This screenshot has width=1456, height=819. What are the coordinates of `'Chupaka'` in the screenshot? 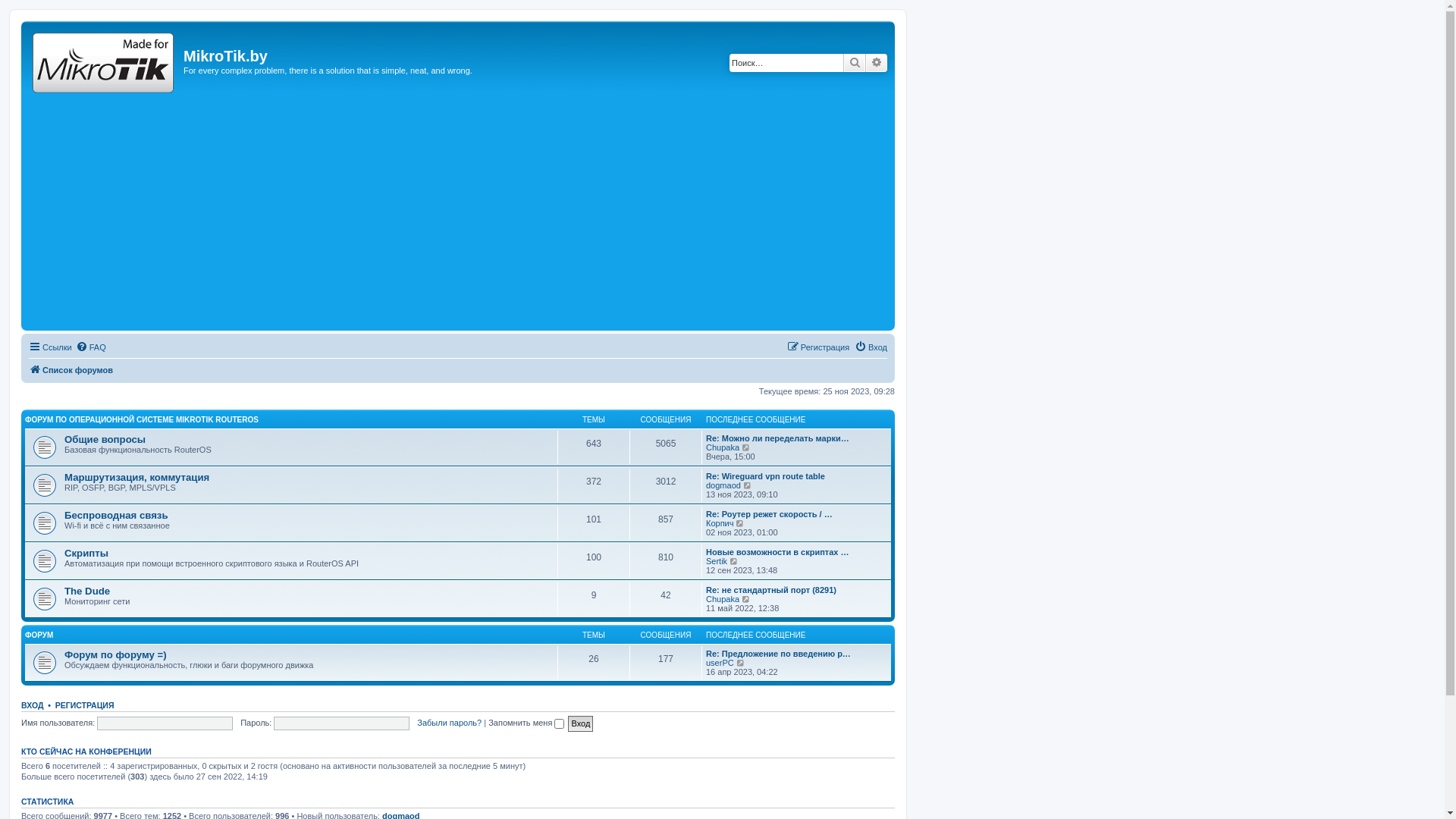 It's located at (722, 598).